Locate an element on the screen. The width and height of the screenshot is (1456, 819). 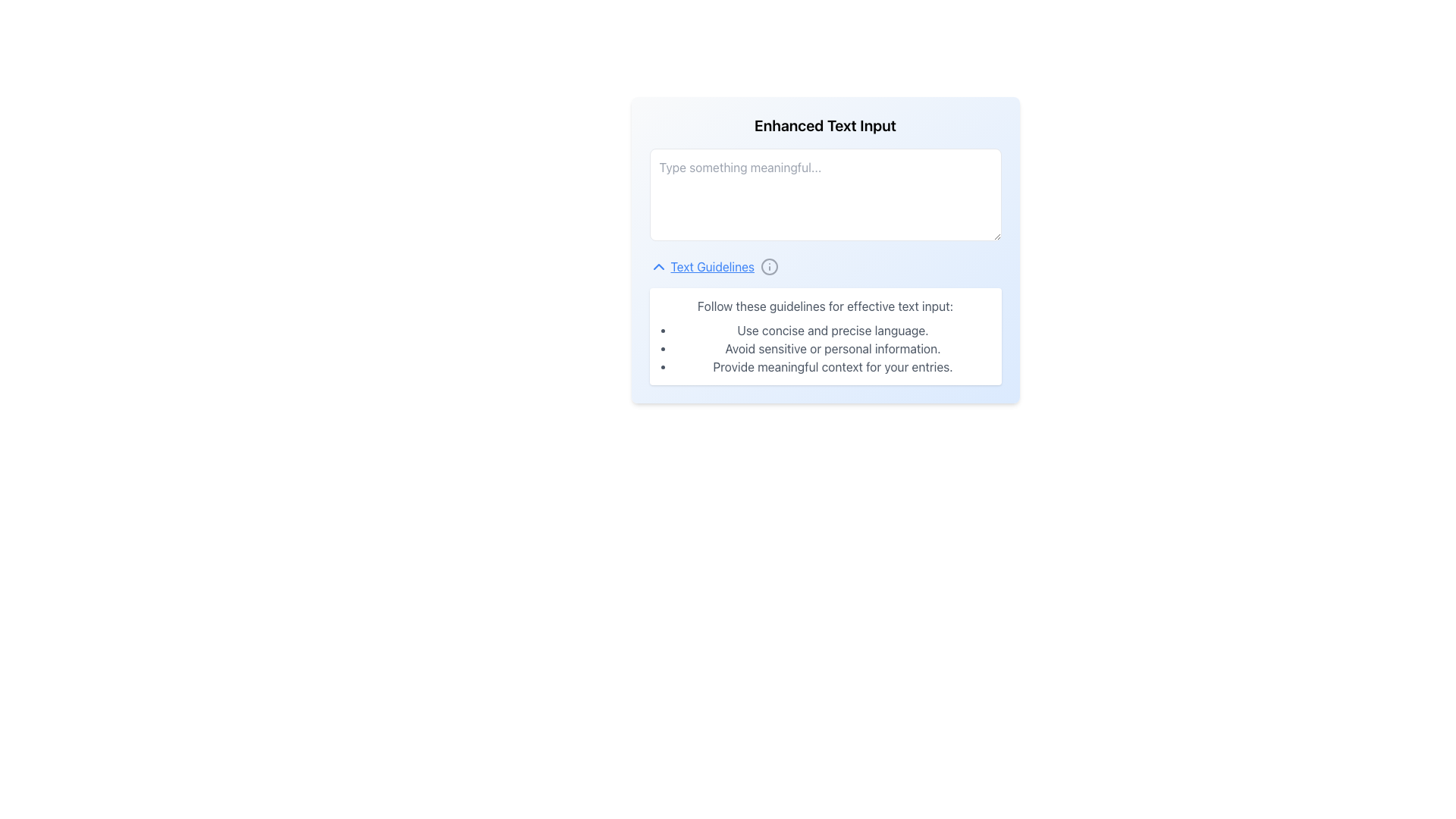
the static text element displaying 'Provide meaningful context for your entries.' which is the third item in the bulleted text guidelines section is located at coordinates (832, 366).